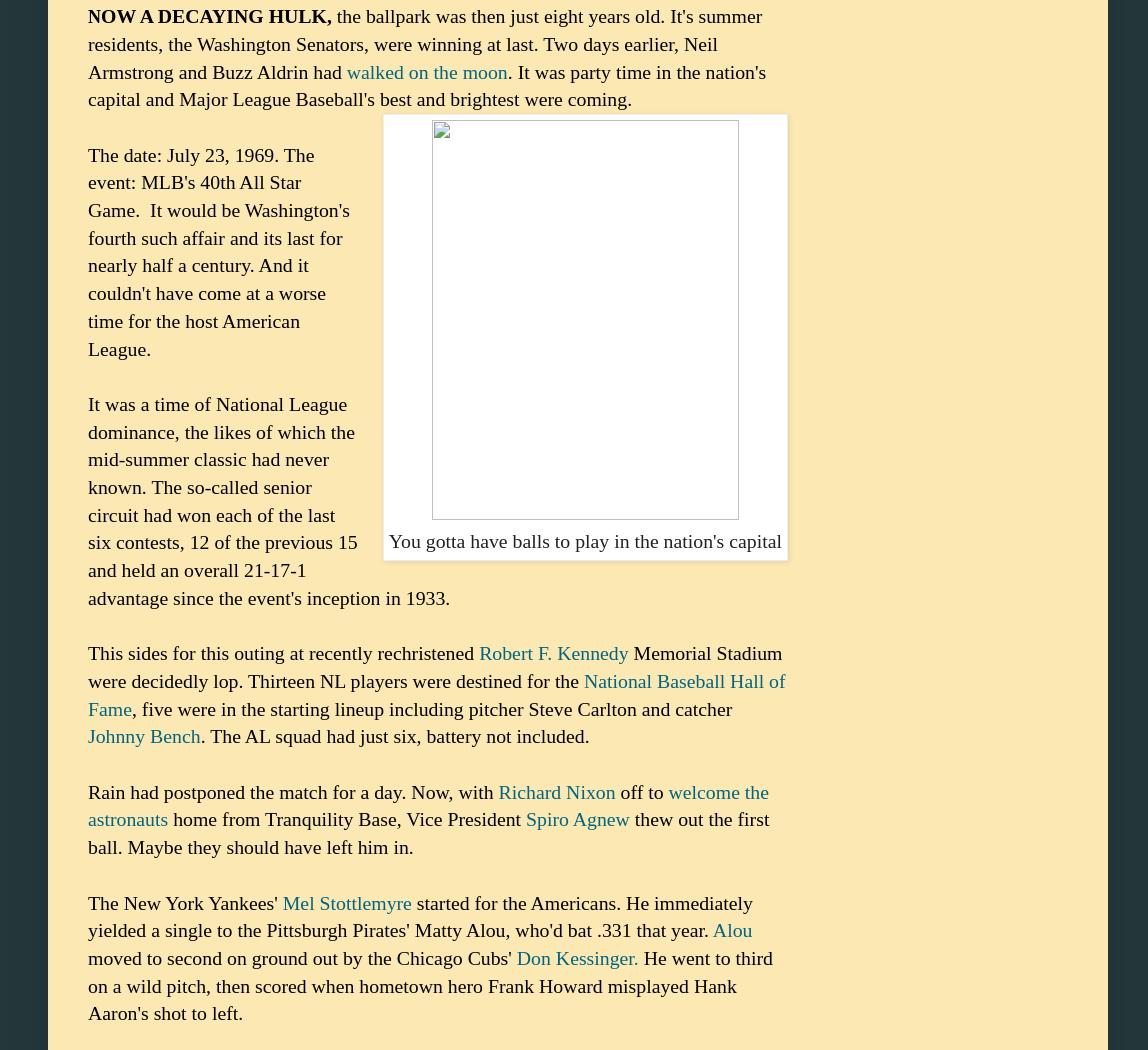 The image size is (1148, 1050). What do you see at coordinates (93, 17) in the screenshot?
I see `'N'` at bounding box center [93, 17].